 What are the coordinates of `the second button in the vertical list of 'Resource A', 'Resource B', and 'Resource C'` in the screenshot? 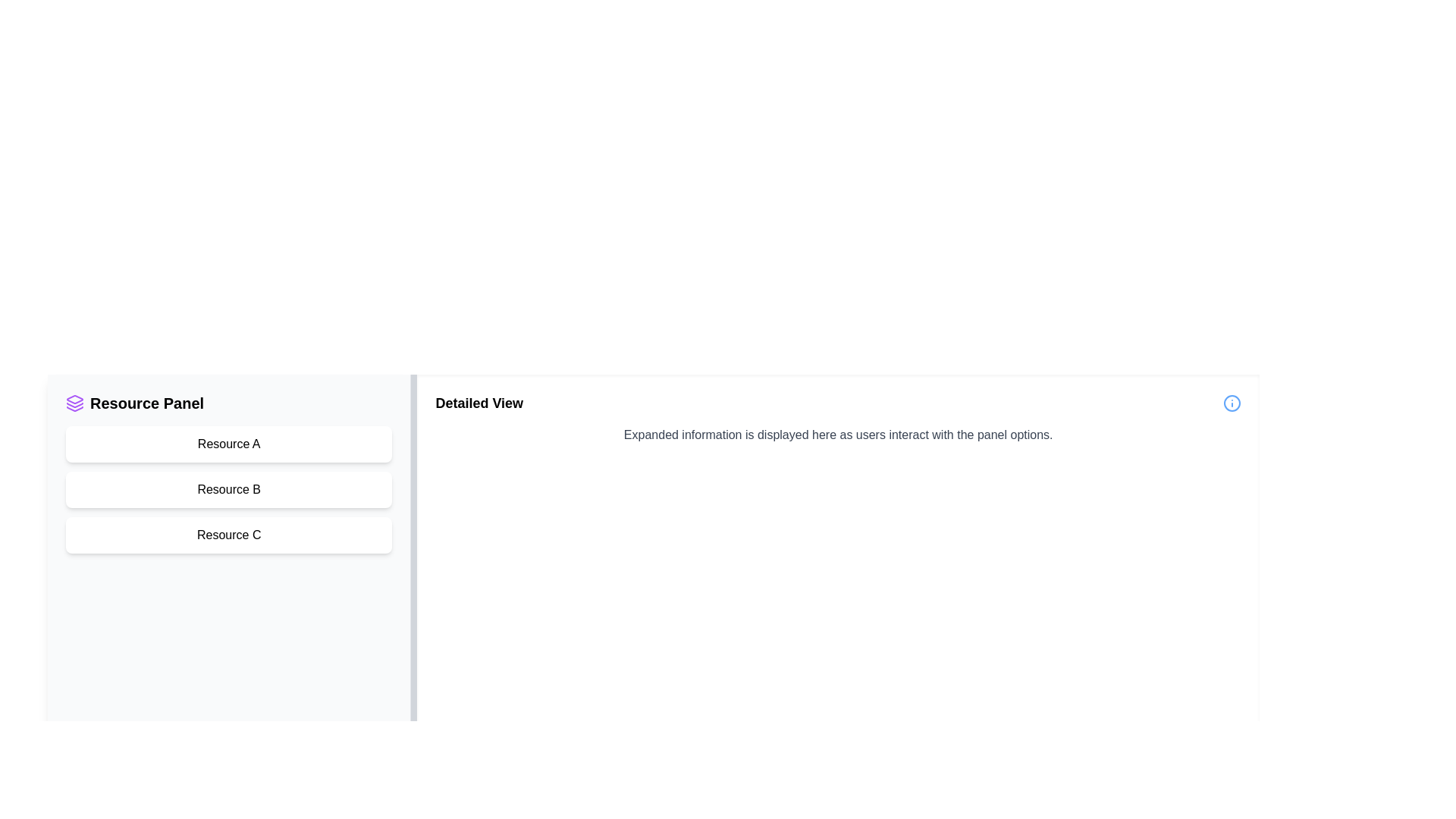 It's located at (228, 489).